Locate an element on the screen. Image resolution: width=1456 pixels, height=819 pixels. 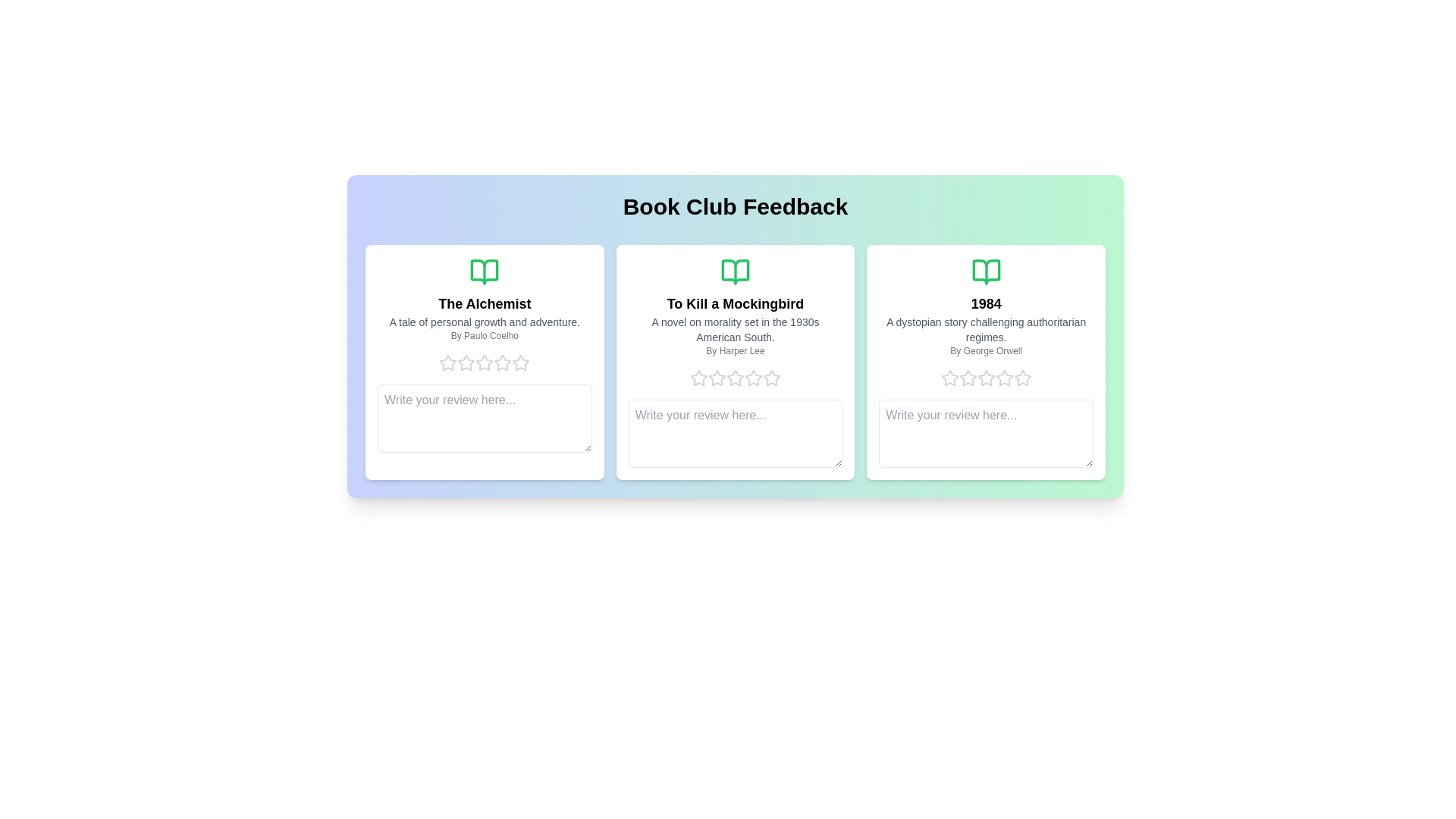
the open book icon styled in green, located at the top center of the 'To Kill a Mockingbird' card is located at coordinates (735, 271).